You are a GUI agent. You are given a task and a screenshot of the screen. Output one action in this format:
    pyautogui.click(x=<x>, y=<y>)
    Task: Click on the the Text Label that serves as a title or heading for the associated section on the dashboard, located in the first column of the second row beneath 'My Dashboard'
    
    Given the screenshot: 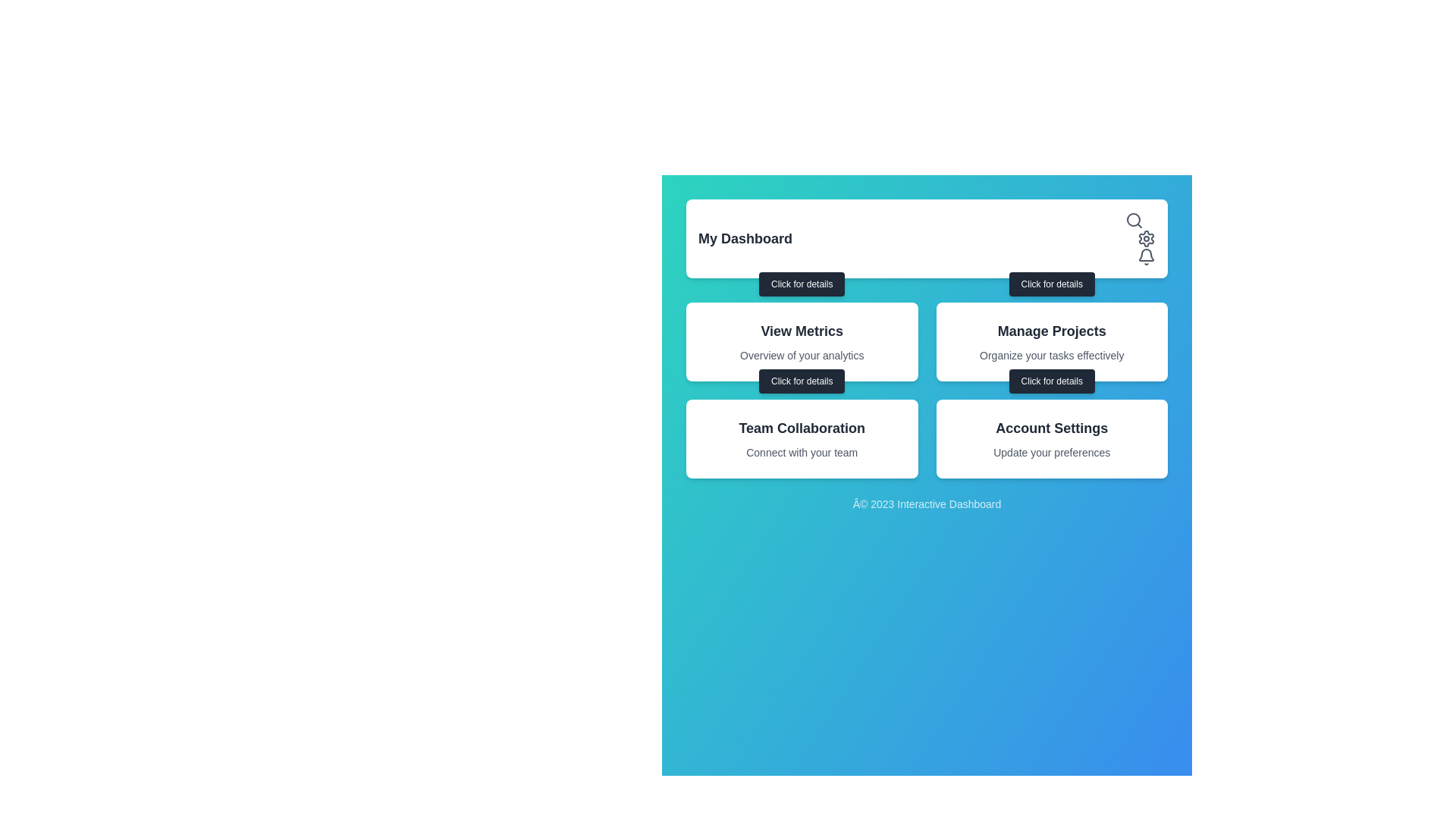 What is the action you would take?
    pyautogui.click(x=801, y=330)
    